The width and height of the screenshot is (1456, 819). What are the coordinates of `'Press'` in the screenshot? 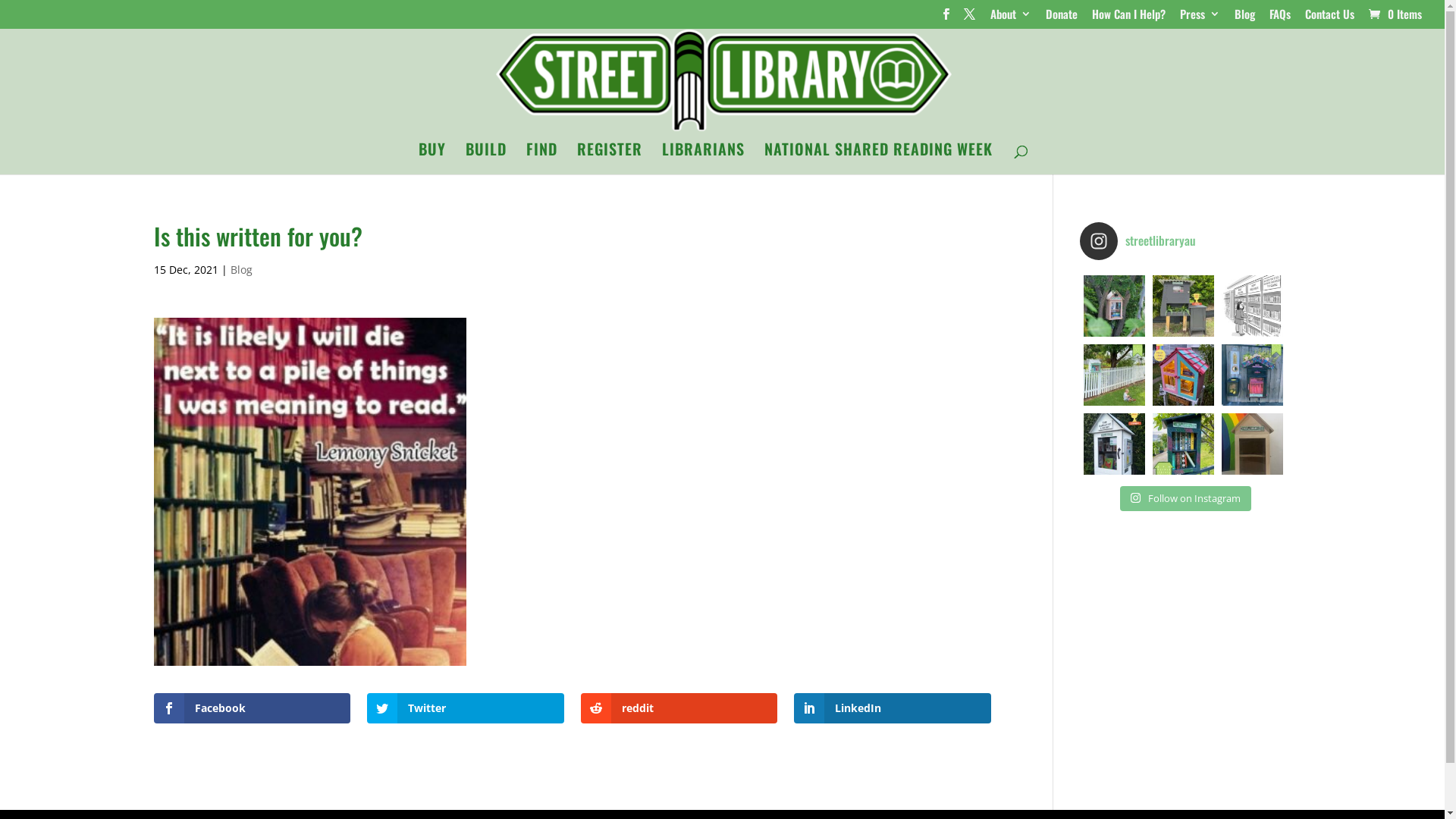 It's located at (1178, 17).